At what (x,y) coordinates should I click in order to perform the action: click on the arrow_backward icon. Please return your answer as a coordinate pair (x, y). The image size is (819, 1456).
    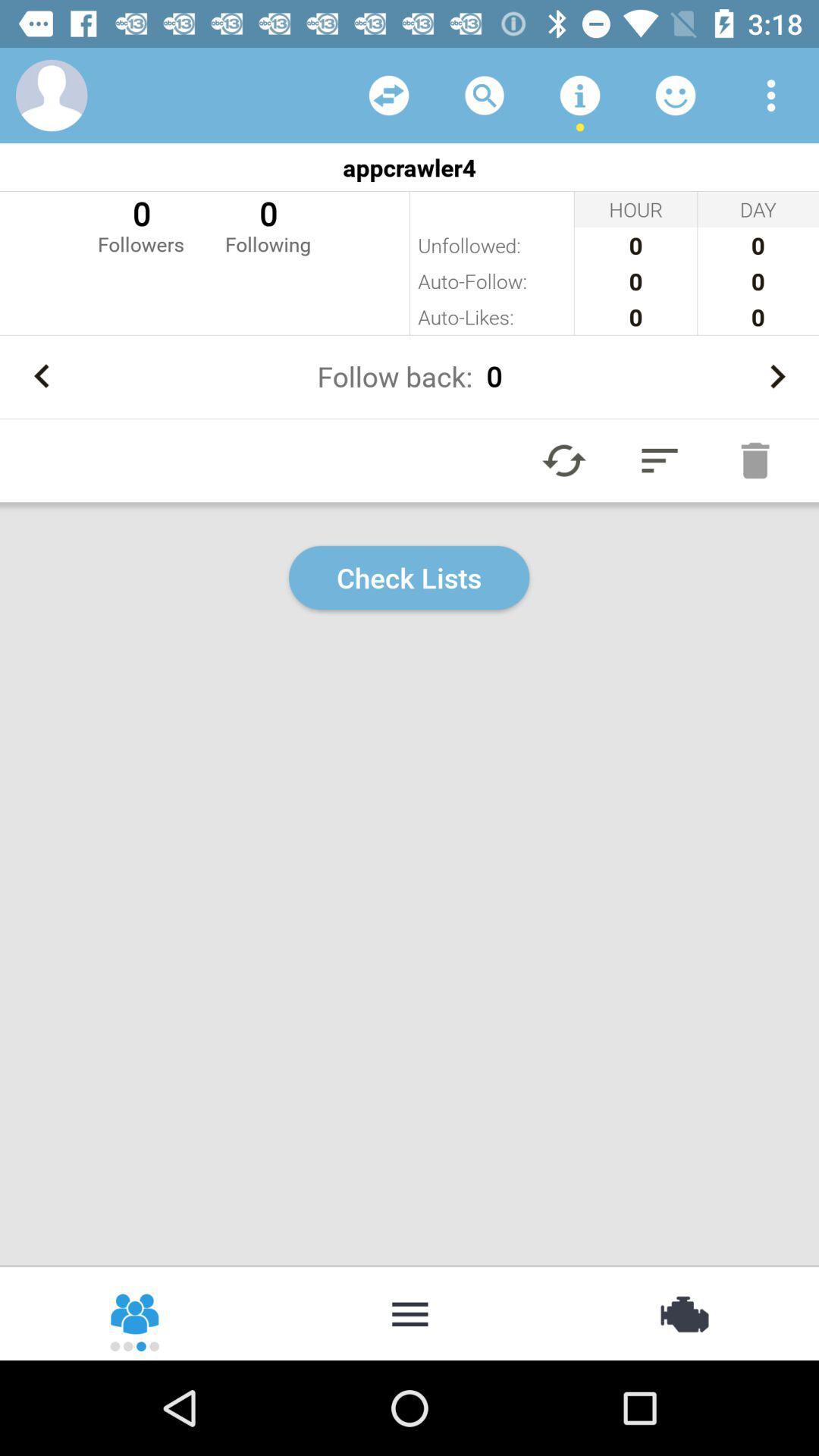
    Looking at the image, I should click on (41, 376).